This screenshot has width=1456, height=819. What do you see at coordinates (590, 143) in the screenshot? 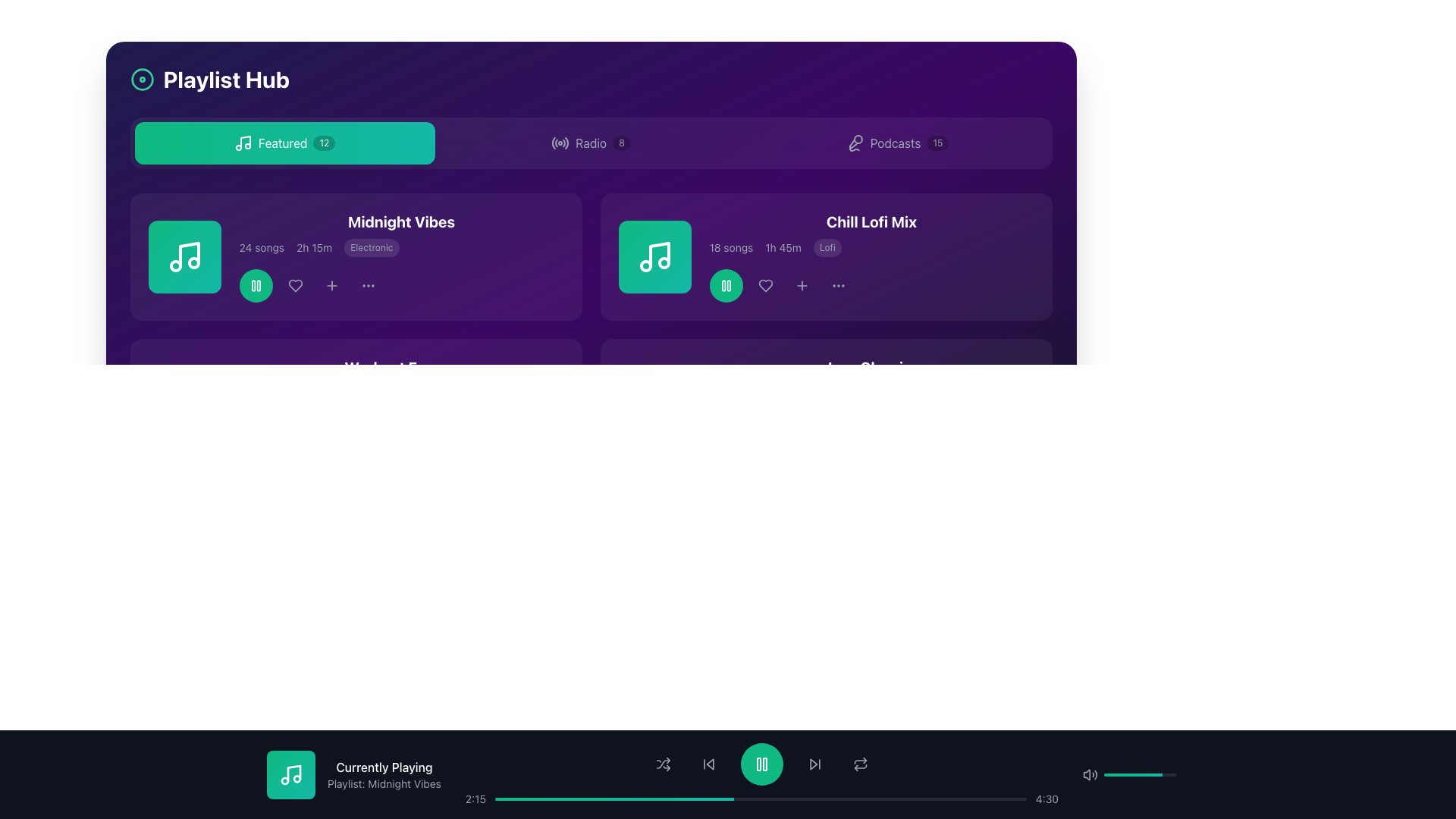
I see `the label displaying the word 'Radio' in light gray color, which is located in the header area of the interface, to the right of the radio signal icon and to the left of the badge showing '8'` at bounding box center [590, 143].